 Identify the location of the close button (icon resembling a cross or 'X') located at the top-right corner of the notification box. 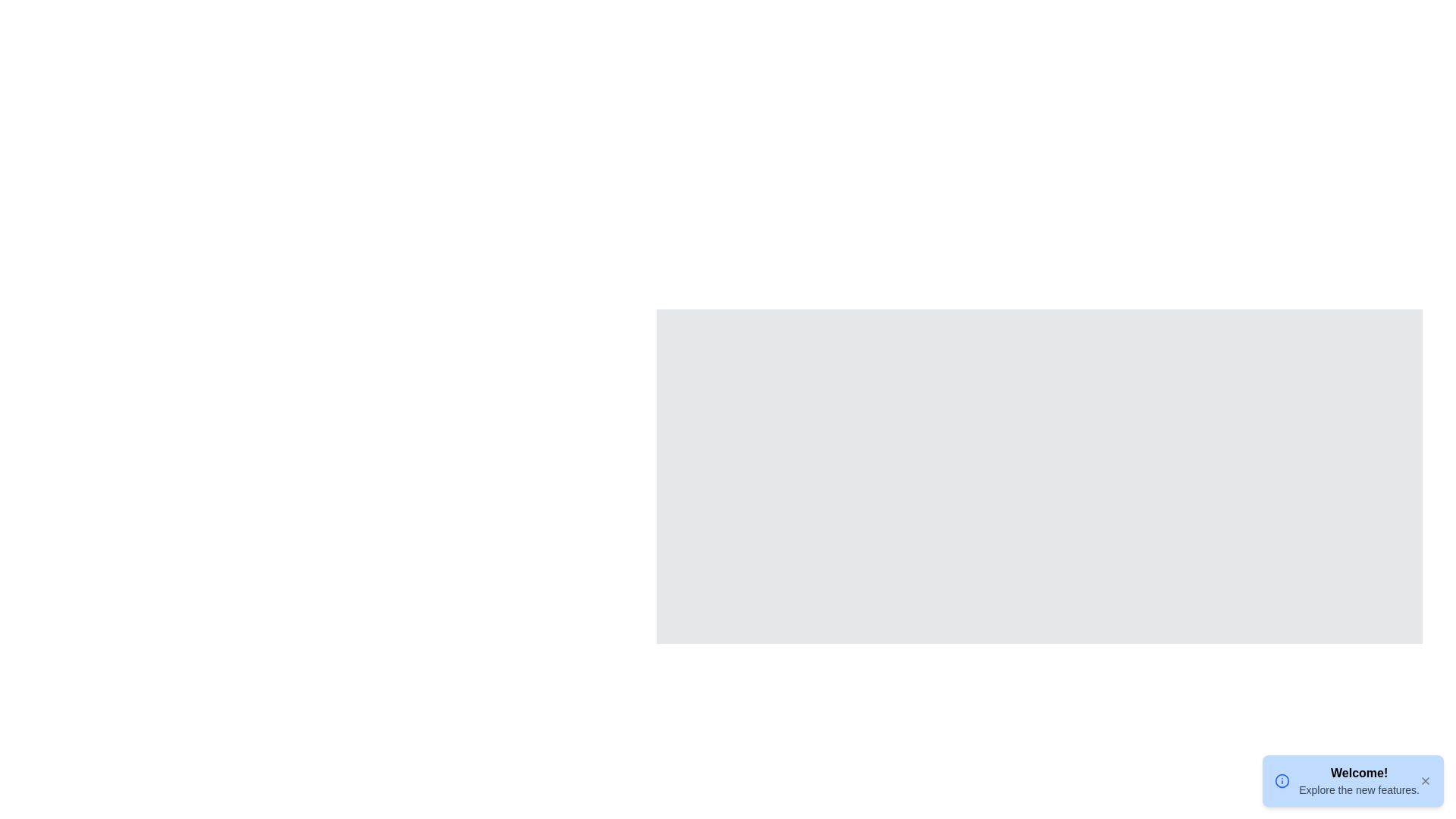
(1425, 780).